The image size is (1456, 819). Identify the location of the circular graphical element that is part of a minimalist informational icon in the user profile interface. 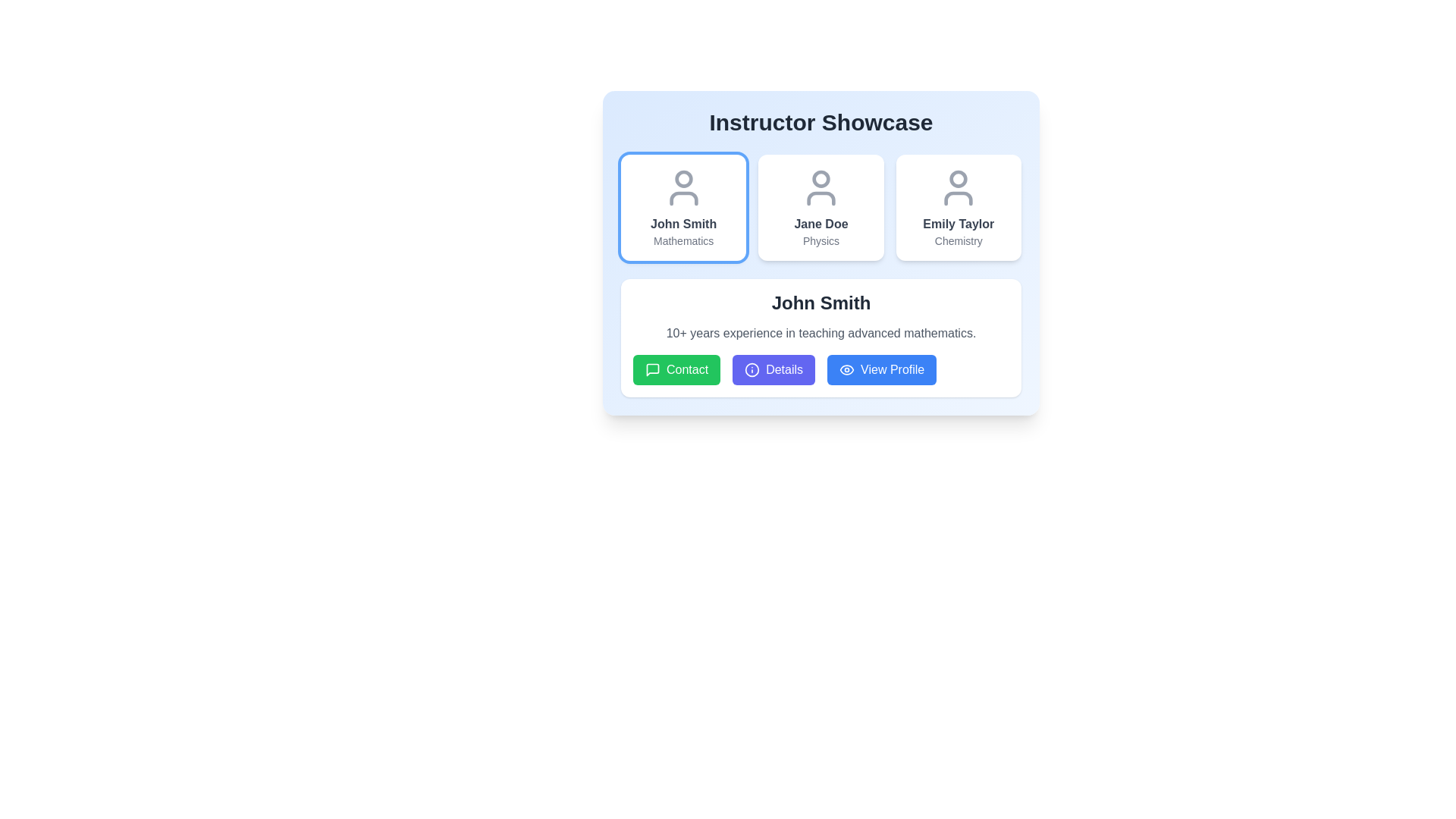
(752, 370).